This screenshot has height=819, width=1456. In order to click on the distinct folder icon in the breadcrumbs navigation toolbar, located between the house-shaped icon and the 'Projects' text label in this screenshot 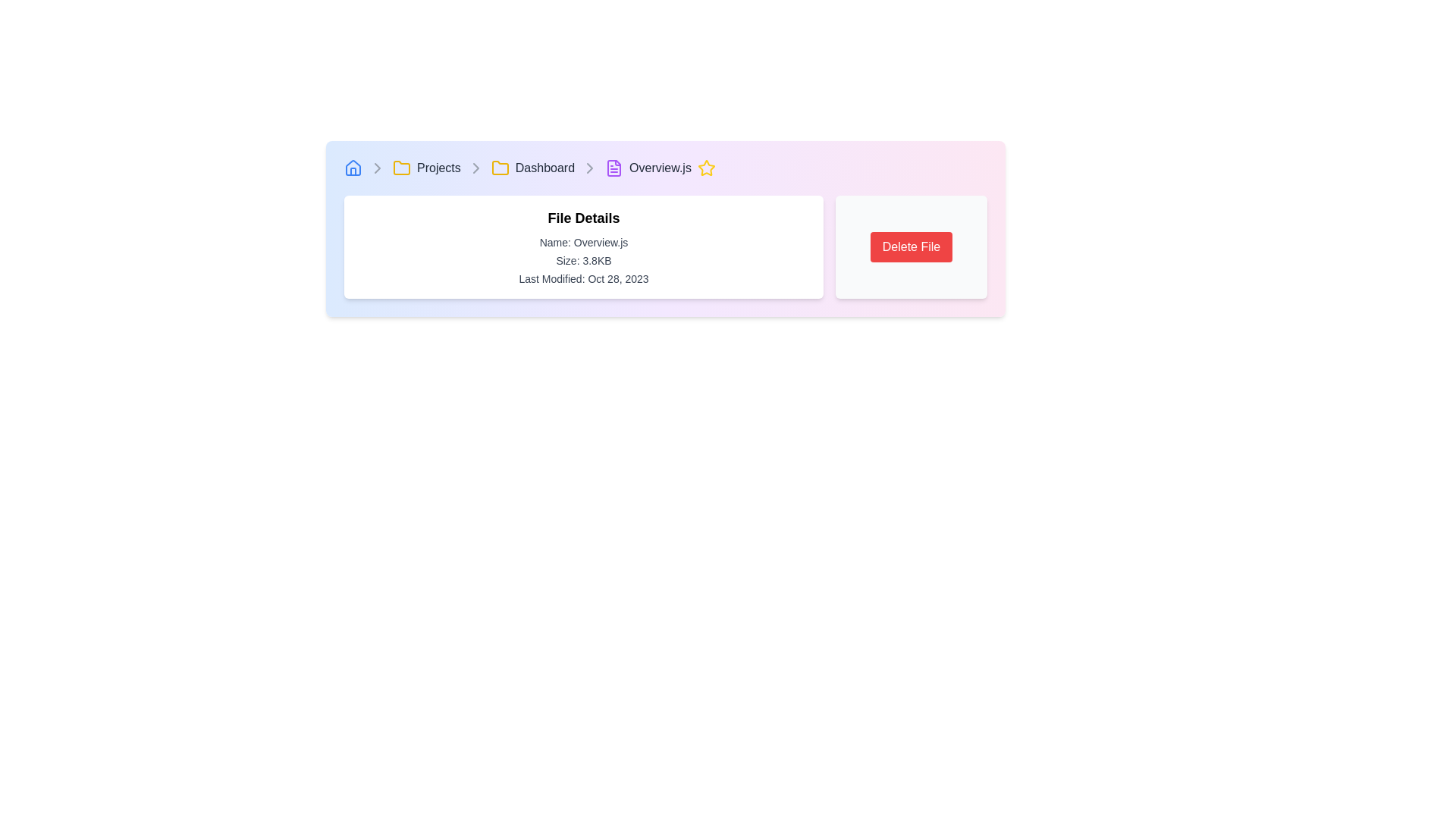, I will do `click(401, 168)`.